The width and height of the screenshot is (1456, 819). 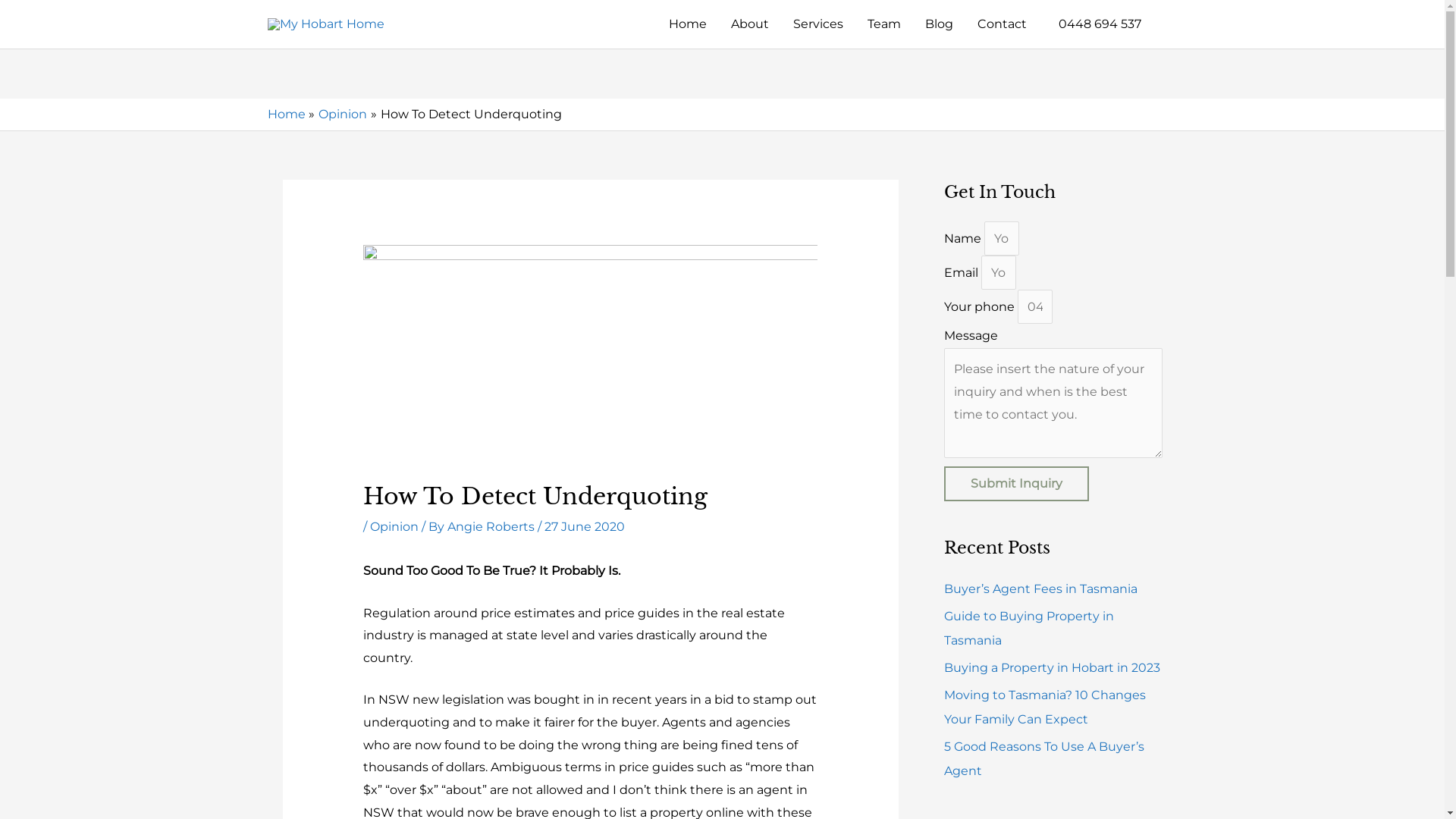 I want to click on '0448 694 537', so click(x=1096, y=24).